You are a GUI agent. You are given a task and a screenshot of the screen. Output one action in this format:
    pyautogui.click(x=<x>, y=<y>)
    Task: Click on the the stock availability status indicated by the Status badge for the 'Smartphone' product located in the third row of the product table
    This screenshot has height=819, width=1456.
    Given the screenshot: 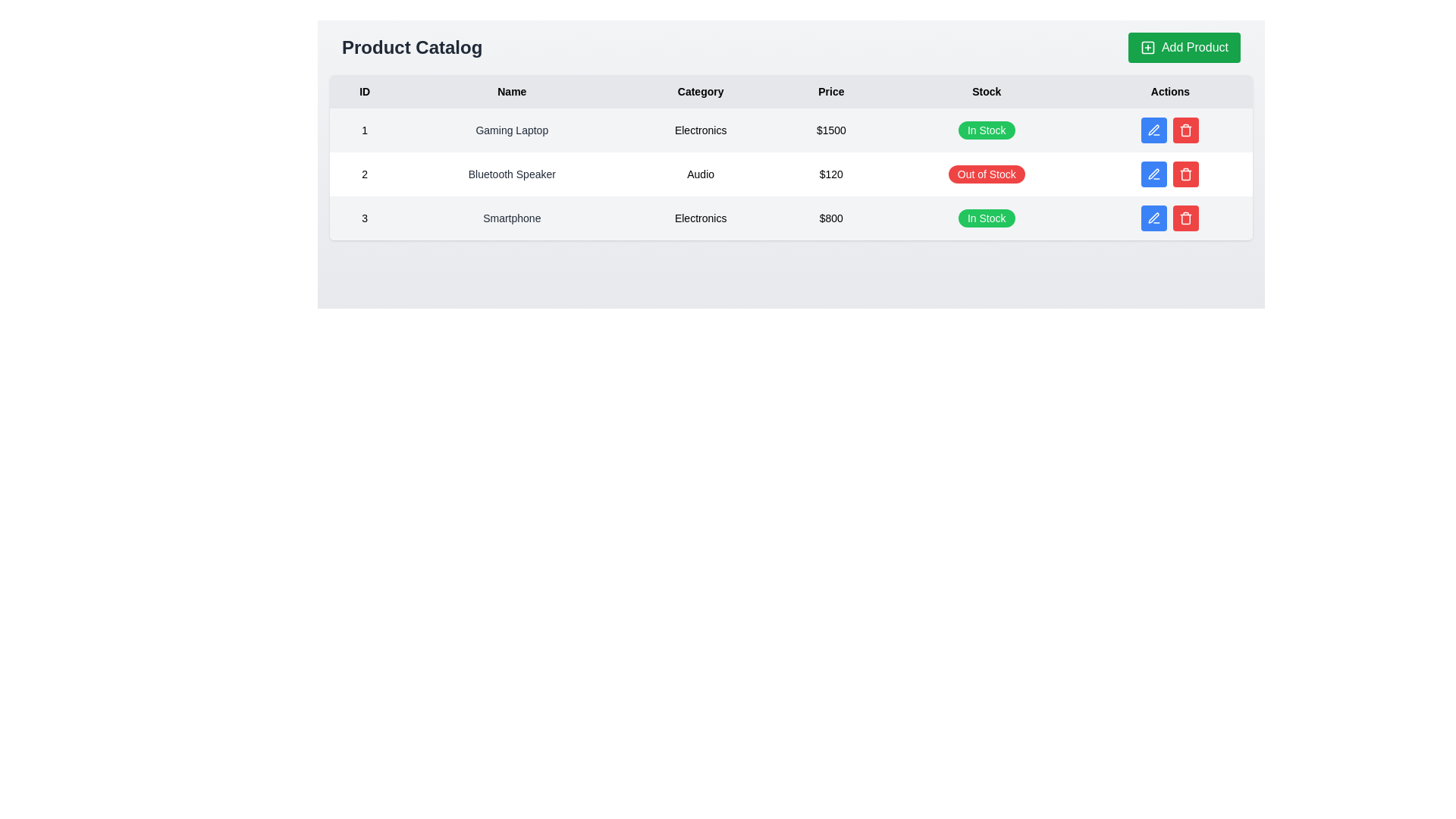 What is the action you would take?
    pyautogui.click(x=987, y=218)
    